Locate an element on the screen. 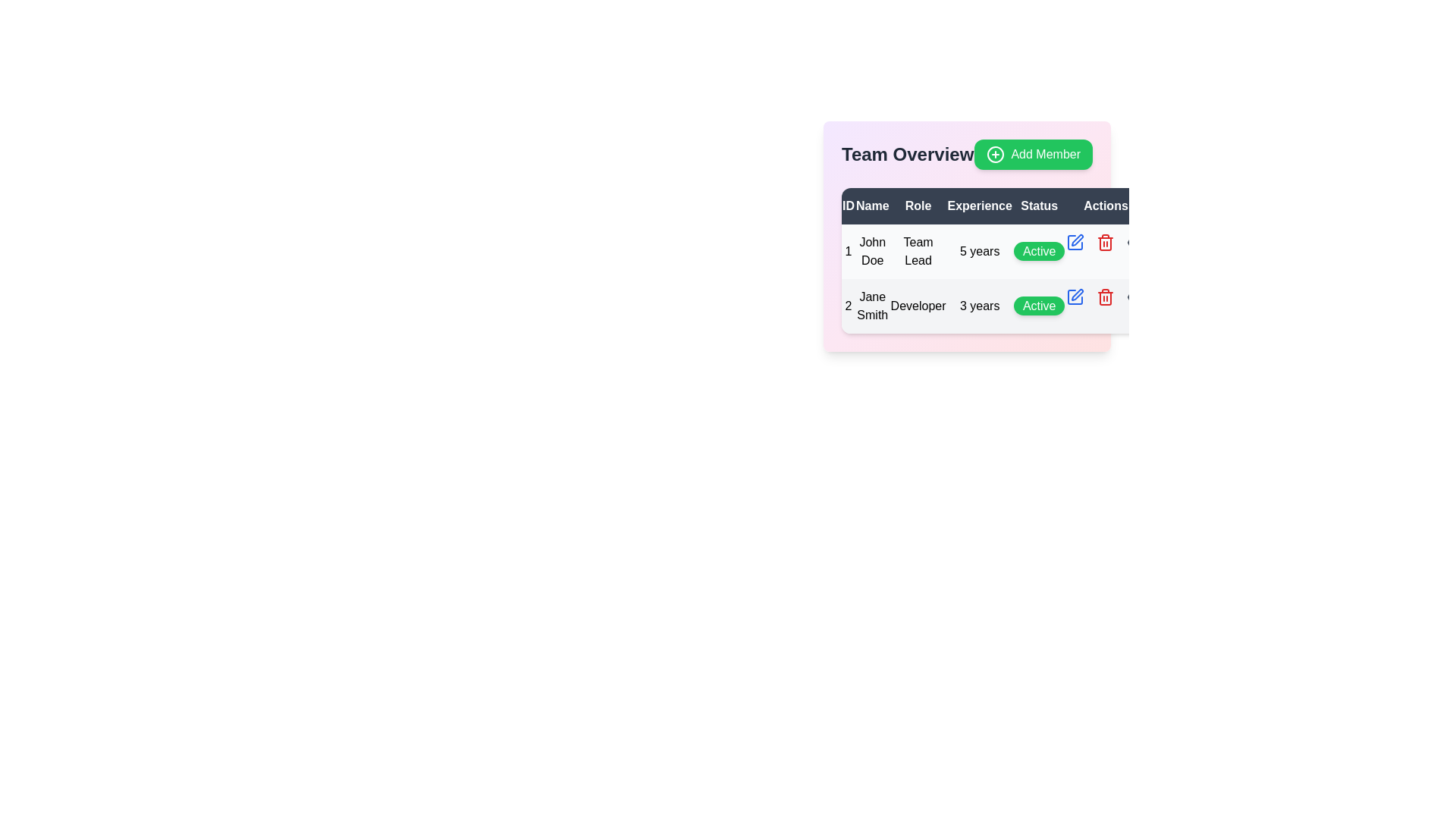 The image size is (1456, 819). the delete button located as the second icon in the 'Actions' column of the first row in the table is located at coordinates (1106, 297).